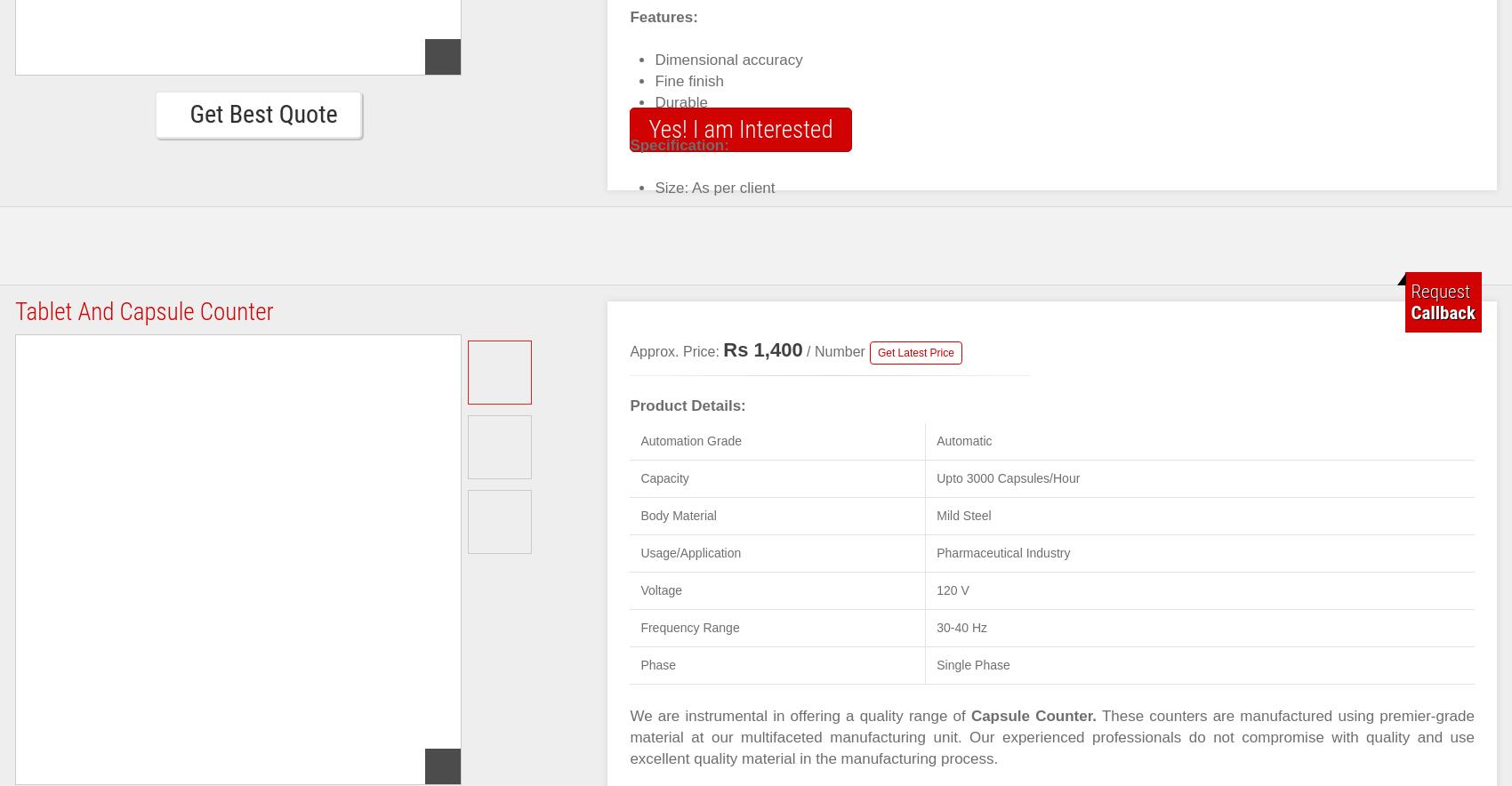 This screenshot has width=1512, height=786. Describe the element at coordinates (630, 351) in the screenshot. I see `'Approx. Price:'` at that location.